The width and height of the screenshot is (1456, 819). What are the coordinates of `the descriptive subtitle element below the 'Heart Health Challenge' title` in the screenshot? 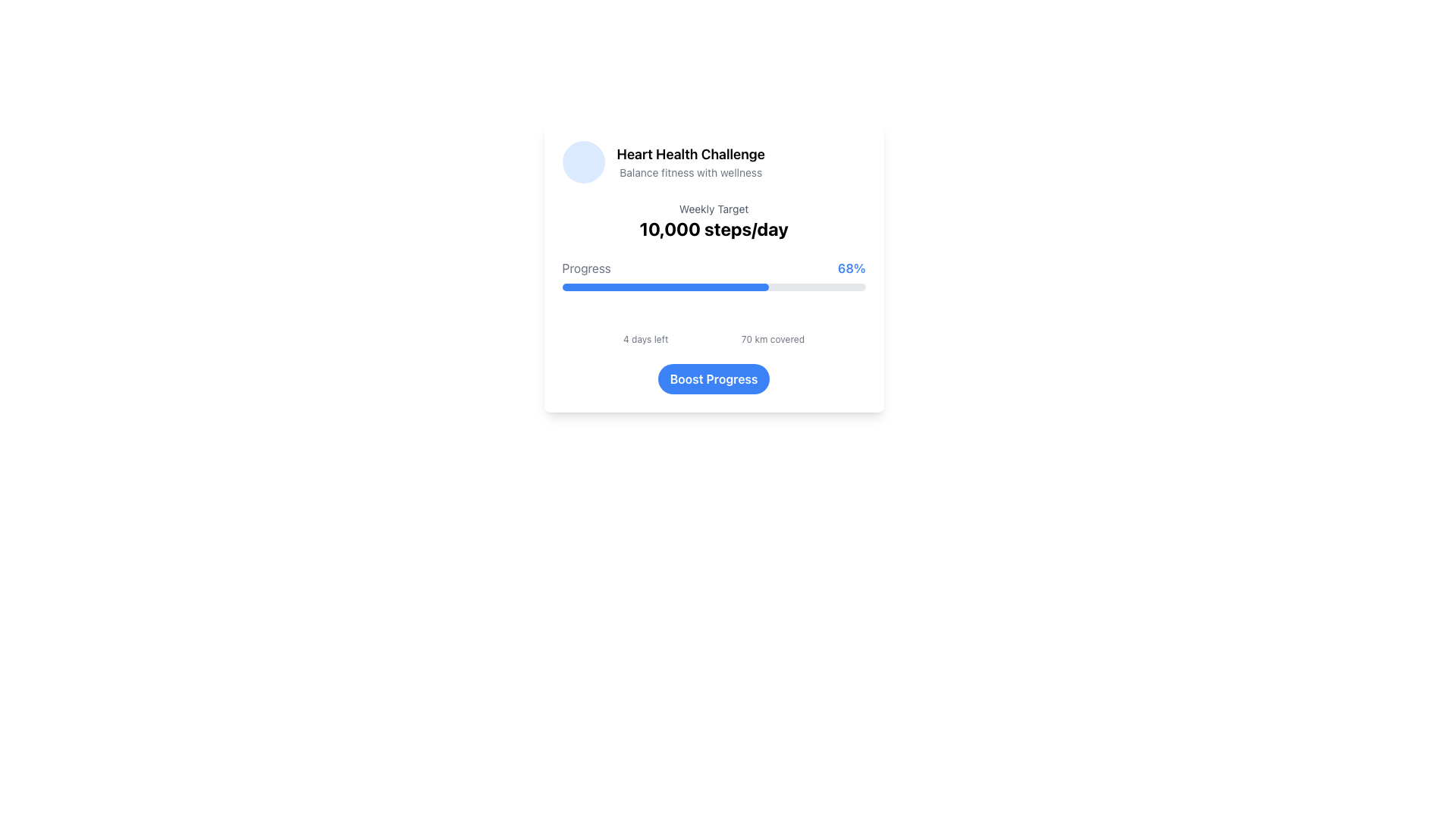 It's located at (690, 171).